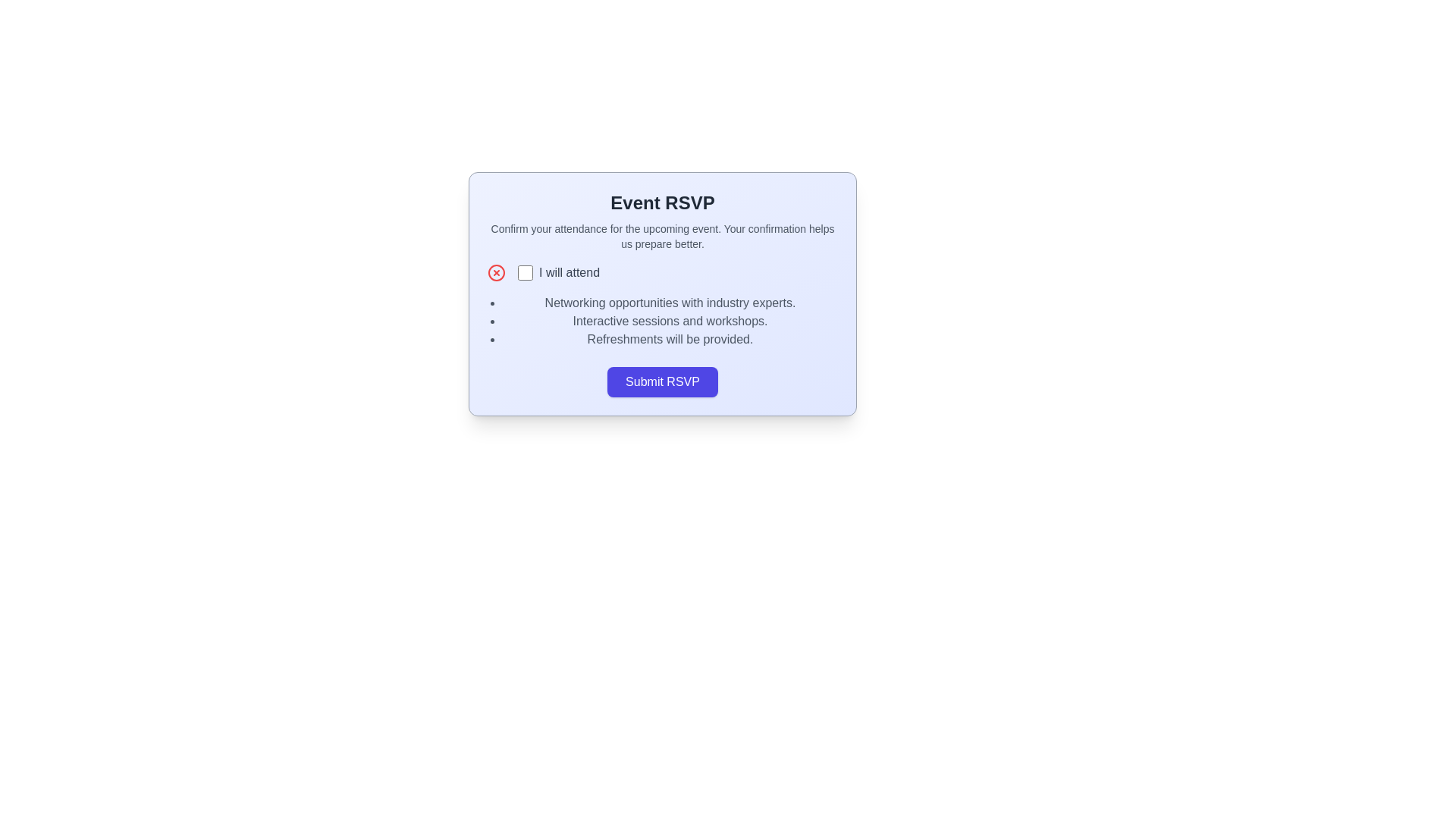 The image size is (1456, 819). What do you see at coordinates (669, 338) in the screenshot?
I see `the static text element that informs users about refreshments, which is located between 'Interactive sessions and workshops.' and the 'Submit RSVP' button` at bounding box center [669, 338].